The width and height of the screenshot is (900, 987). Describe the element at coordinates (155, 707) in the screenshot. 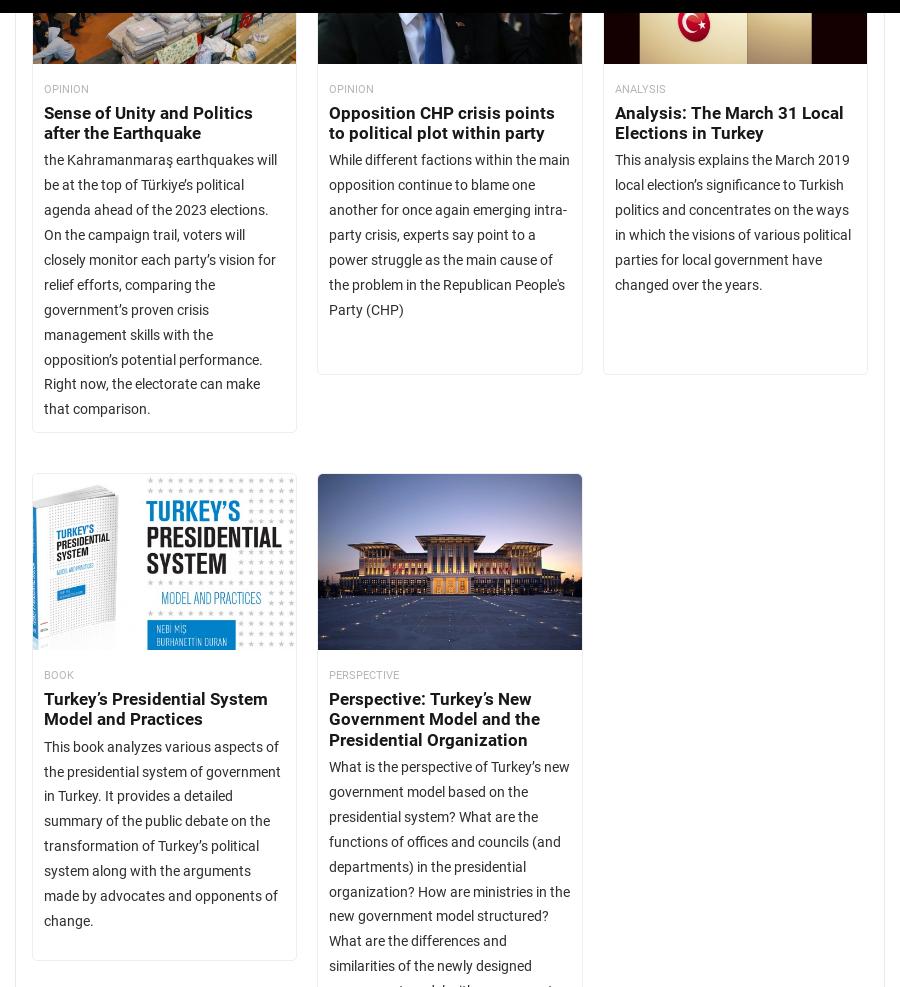

I see `'Turkey’s Presidential System Model and Practices'` at that location.